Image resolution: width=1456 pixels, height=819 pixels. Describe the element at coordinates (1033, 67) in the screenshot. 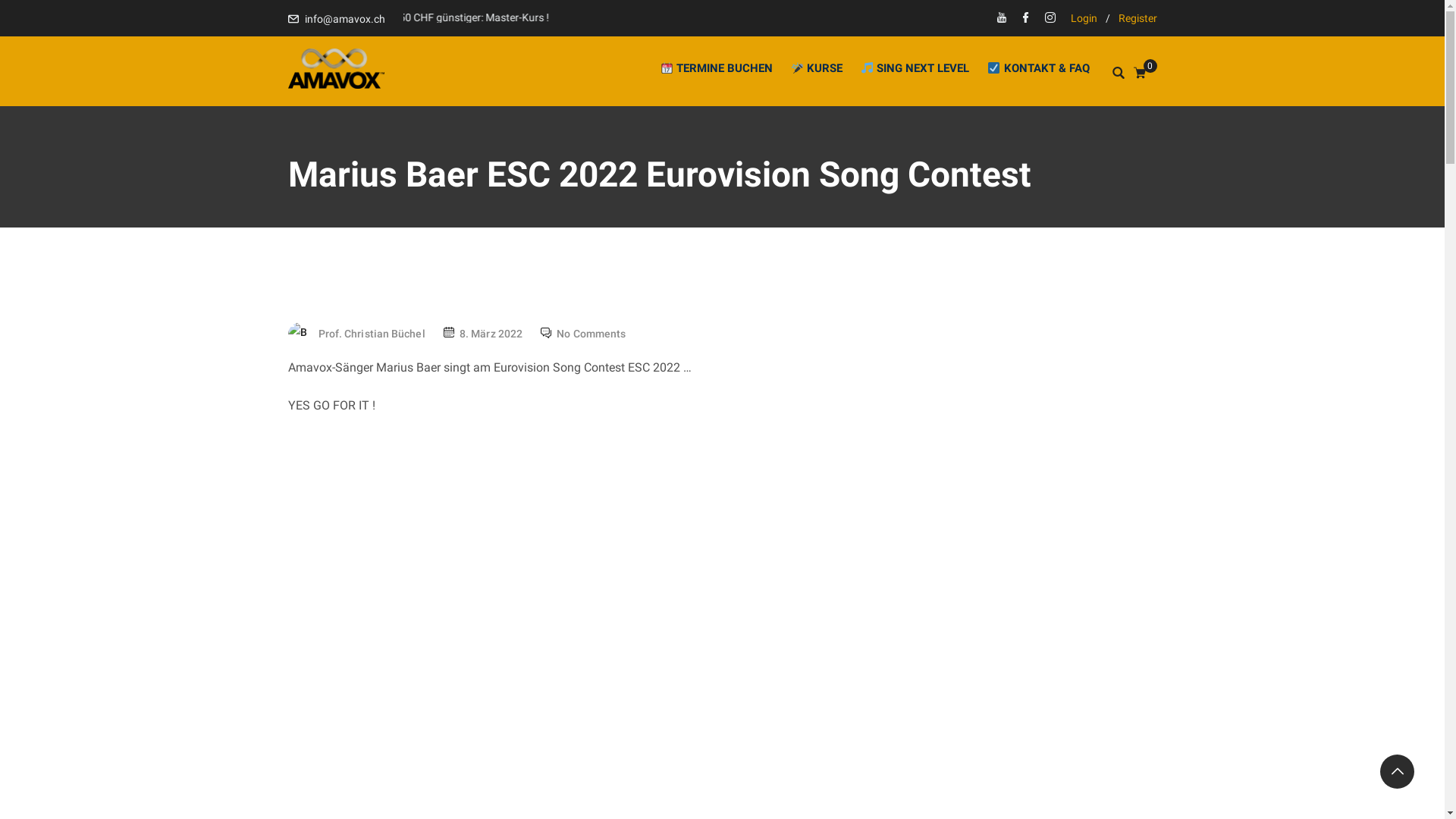

I see `'KONTAKT & FAQ'` at that location.